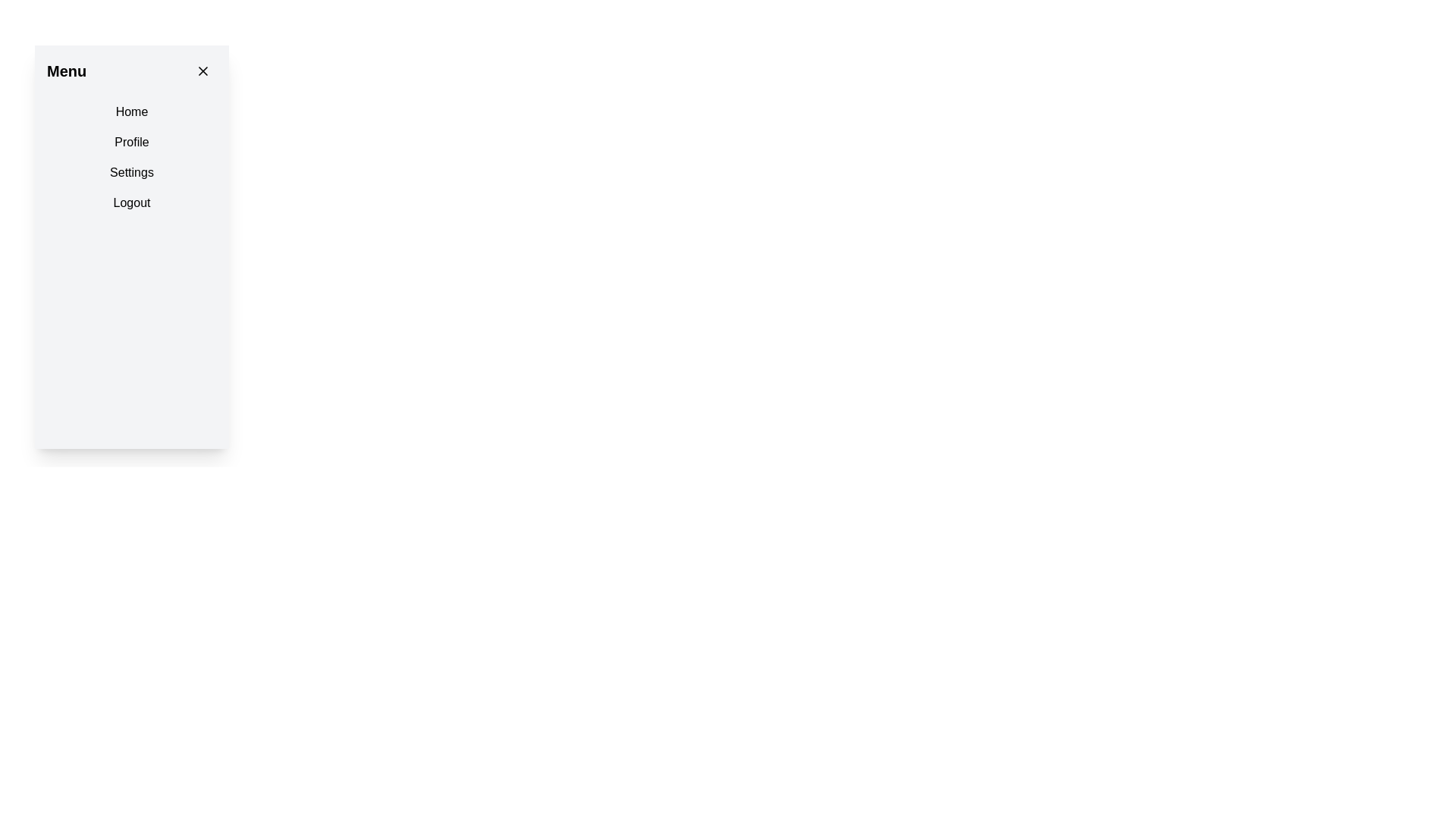 This screenshot has width=1456, height=819. Describe the element at coordinates (131, 111) in the screenshot. I see `the 'Home' textual menu item, which is the first item in the vertical list under the 'Menu' header` at that location.